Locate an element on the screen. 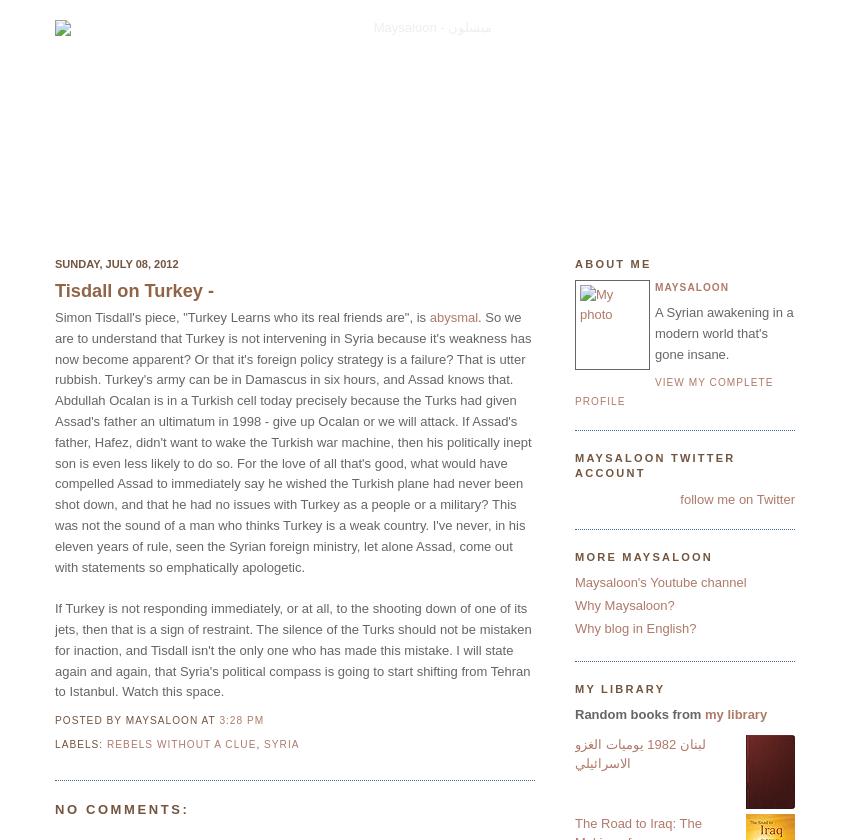 The image size is (850, 840). 'More Maysaloon' is located at coordinates (643, 555).